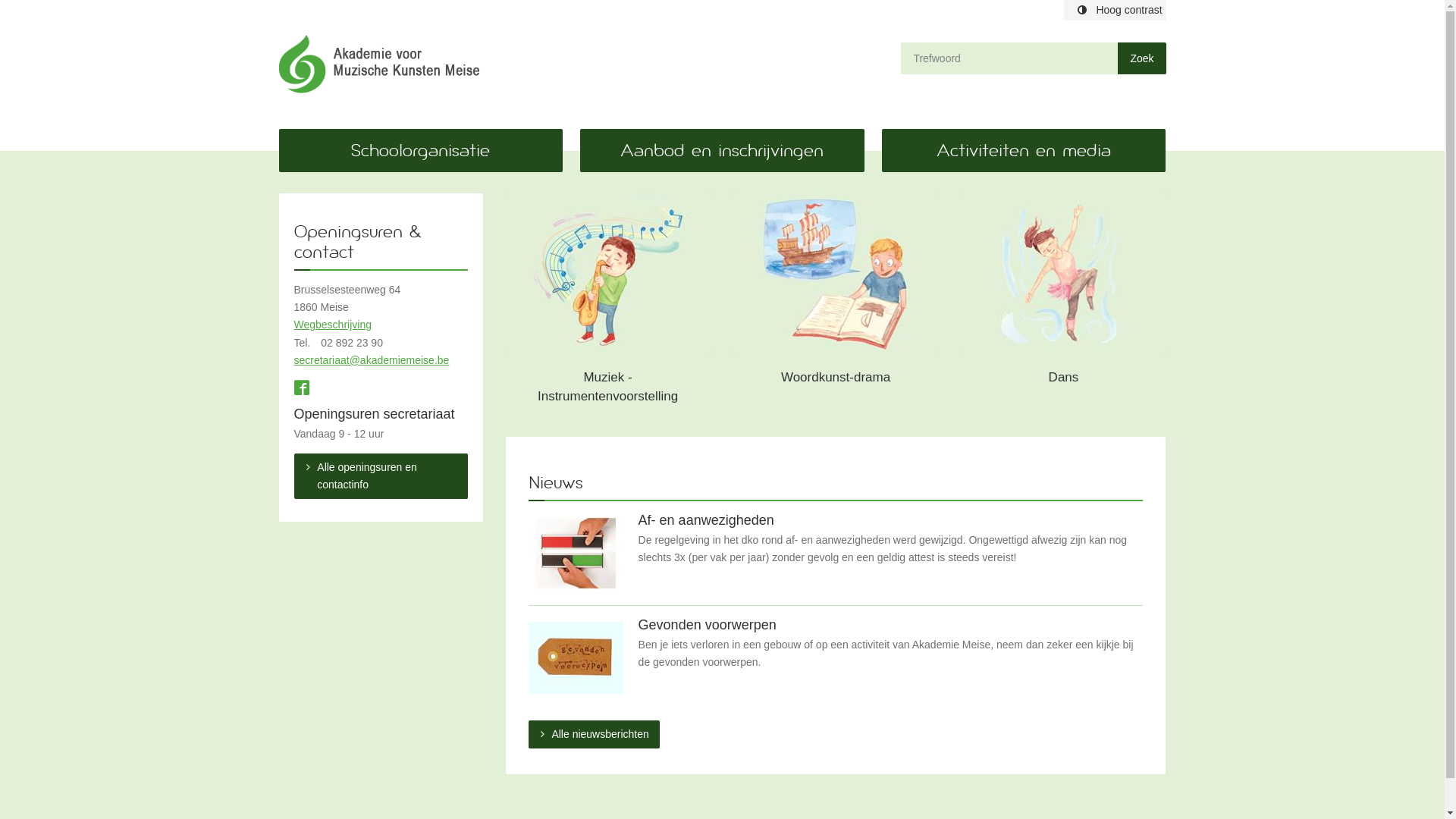  What do you see at coordinates (421, 150) in the screenshot?
I see `'Schoolorganisatie'` at bounding box center [421, 150].